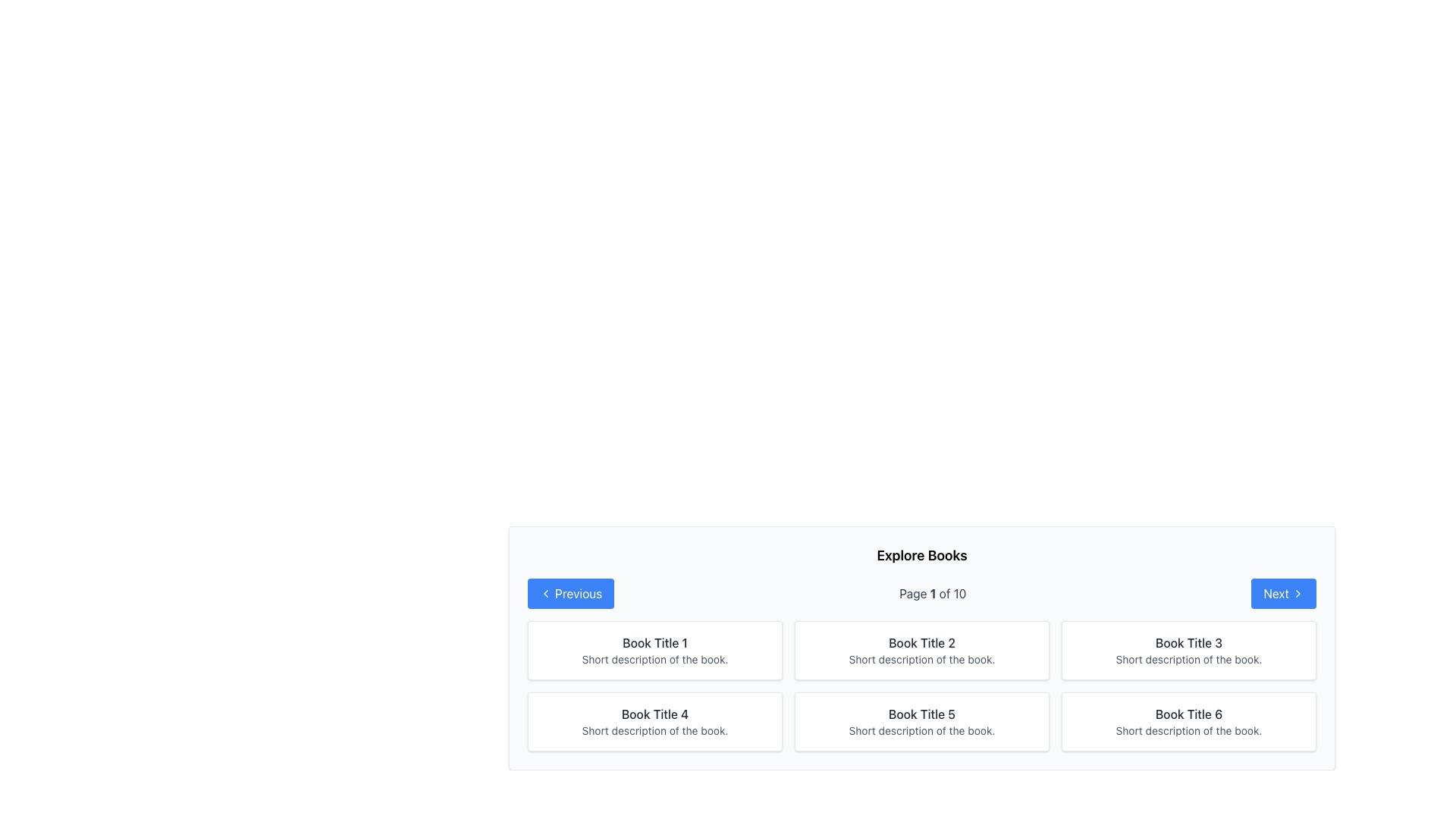 The height and width of the screenshot is (819, 1456). I want to click on the informational text label providing a description for 'Book Title 4', which is located below the title within its card in the grid layout, so click(655, 730).